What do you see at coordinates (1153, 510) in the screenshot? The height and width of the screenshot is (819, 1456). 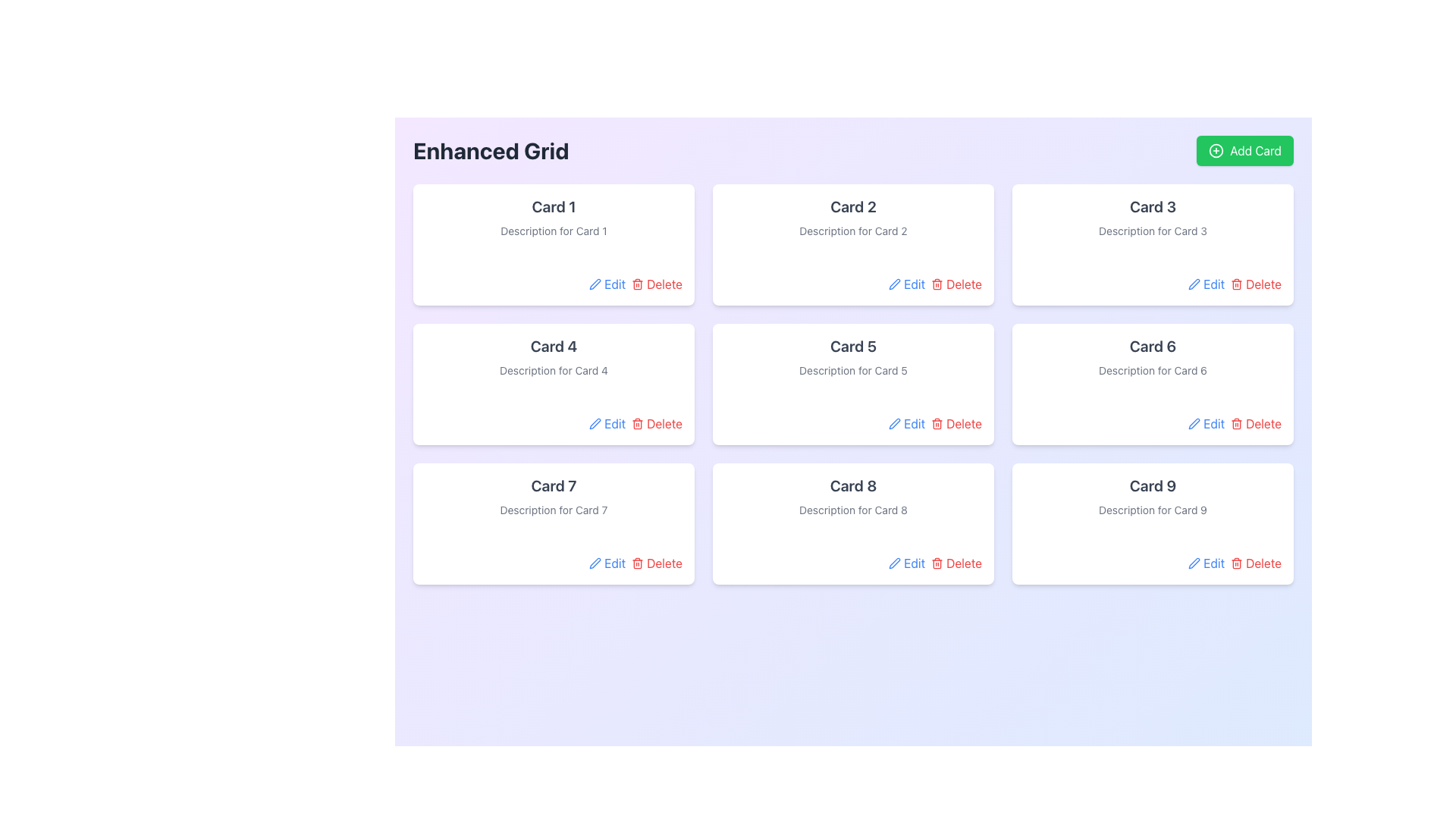 I see `the text label stating 'Description for Card 9', which is styled in a smaller font size and light-gray color, located beneath the main title of 'Card 9'` at bounding box center [1153, 510].